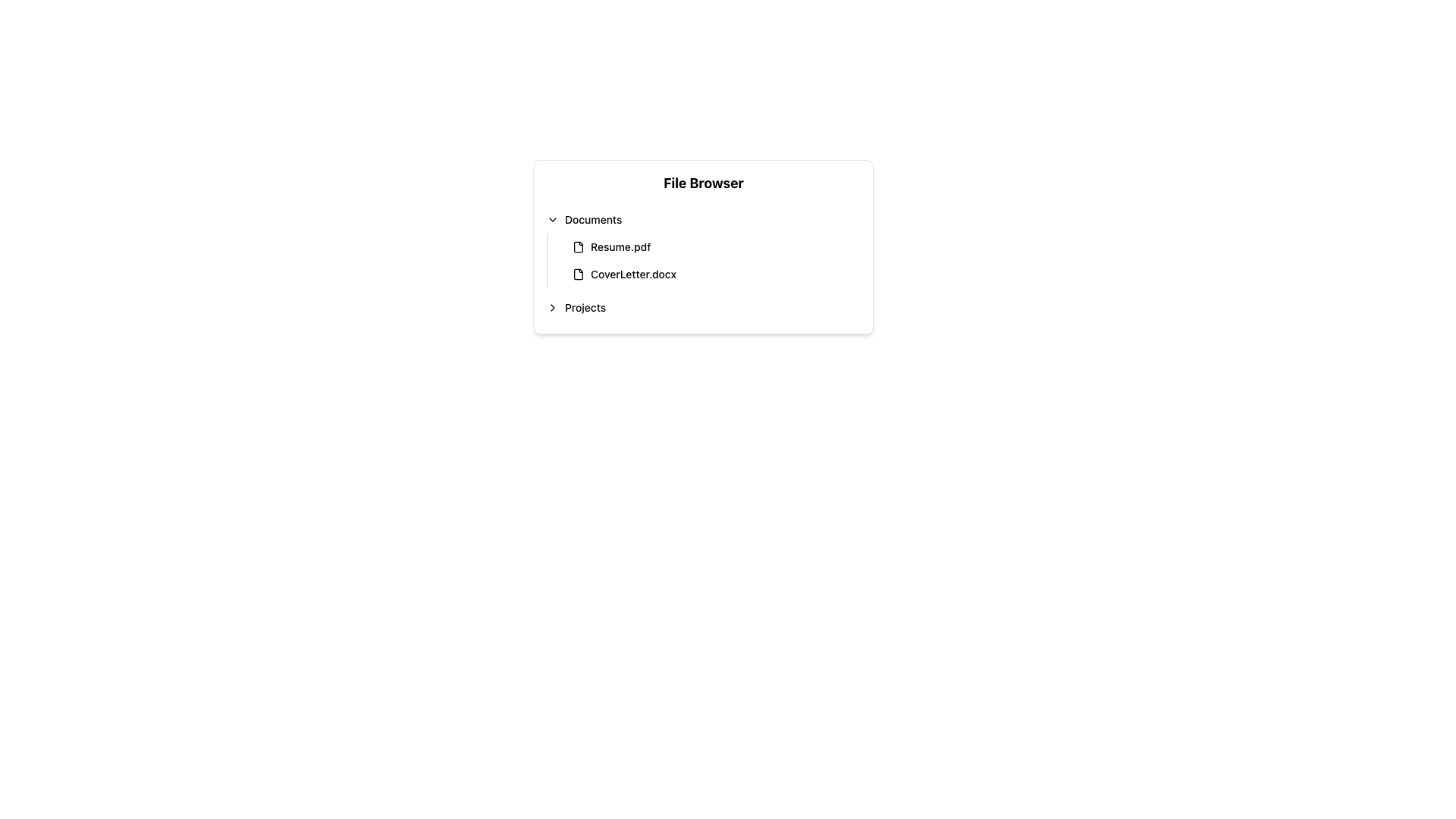 This screenshot has width=1456, height=819. I want to click on the file icon representing 'CoverLetter.docx', so click(578, 275).